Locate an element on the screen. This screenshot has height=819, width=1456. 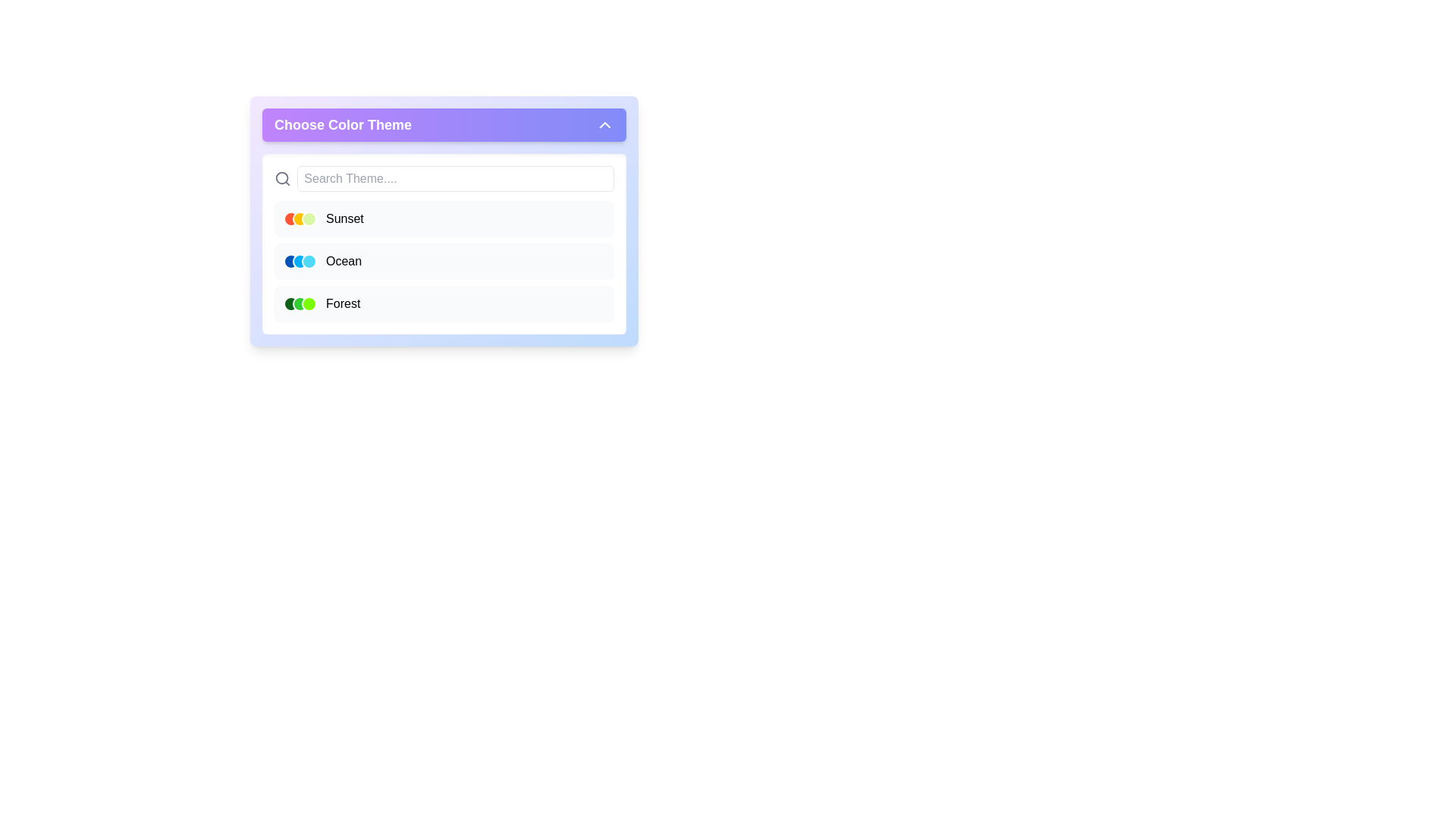
the 'Ocean' color theme option in the second row of the 'Choose Color Theme' list is located at coordinates (322, 260).